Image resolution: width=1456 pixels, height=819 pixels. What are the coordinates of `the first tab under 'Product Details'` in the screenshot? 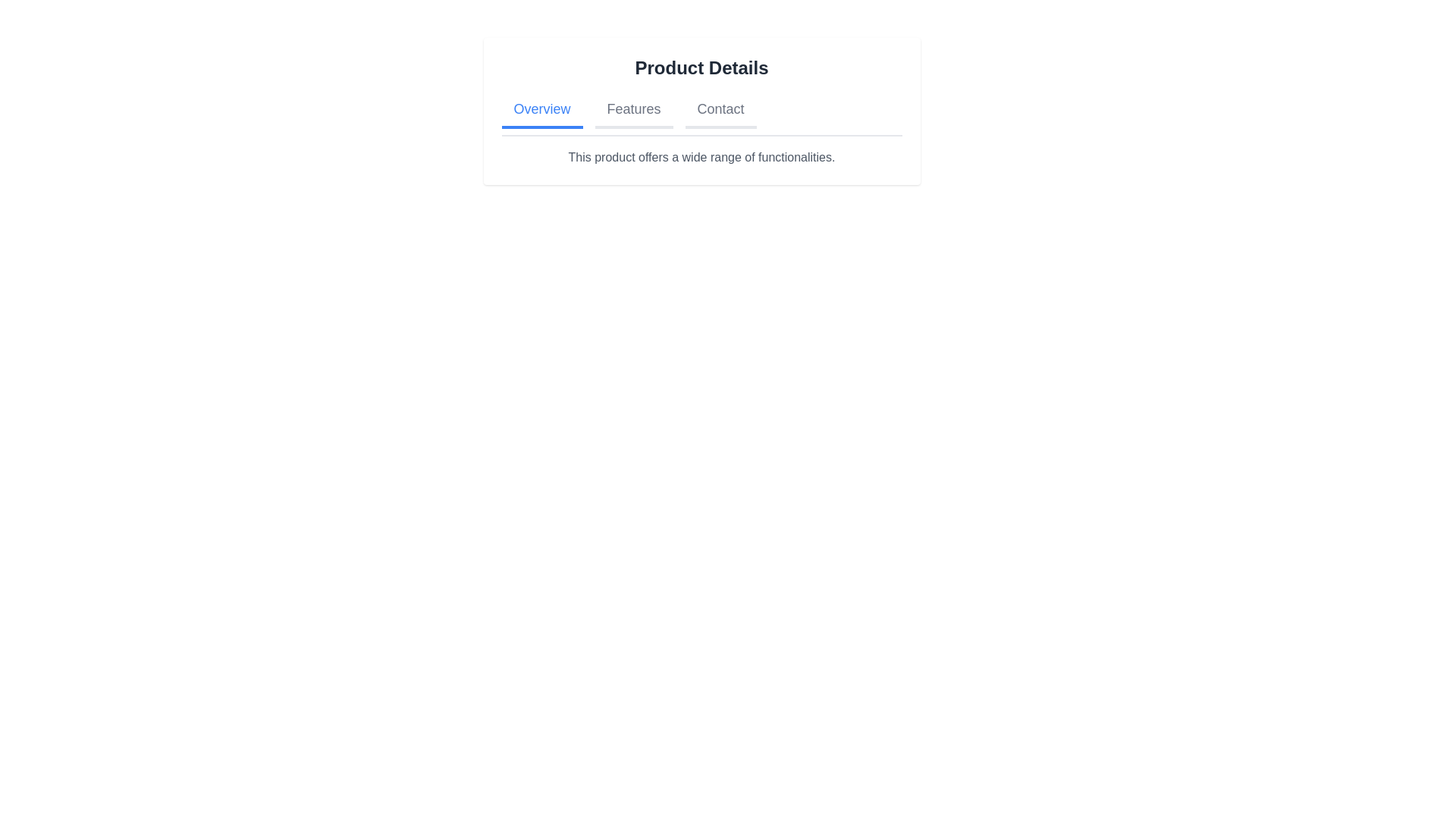 It's located at (542, 110).